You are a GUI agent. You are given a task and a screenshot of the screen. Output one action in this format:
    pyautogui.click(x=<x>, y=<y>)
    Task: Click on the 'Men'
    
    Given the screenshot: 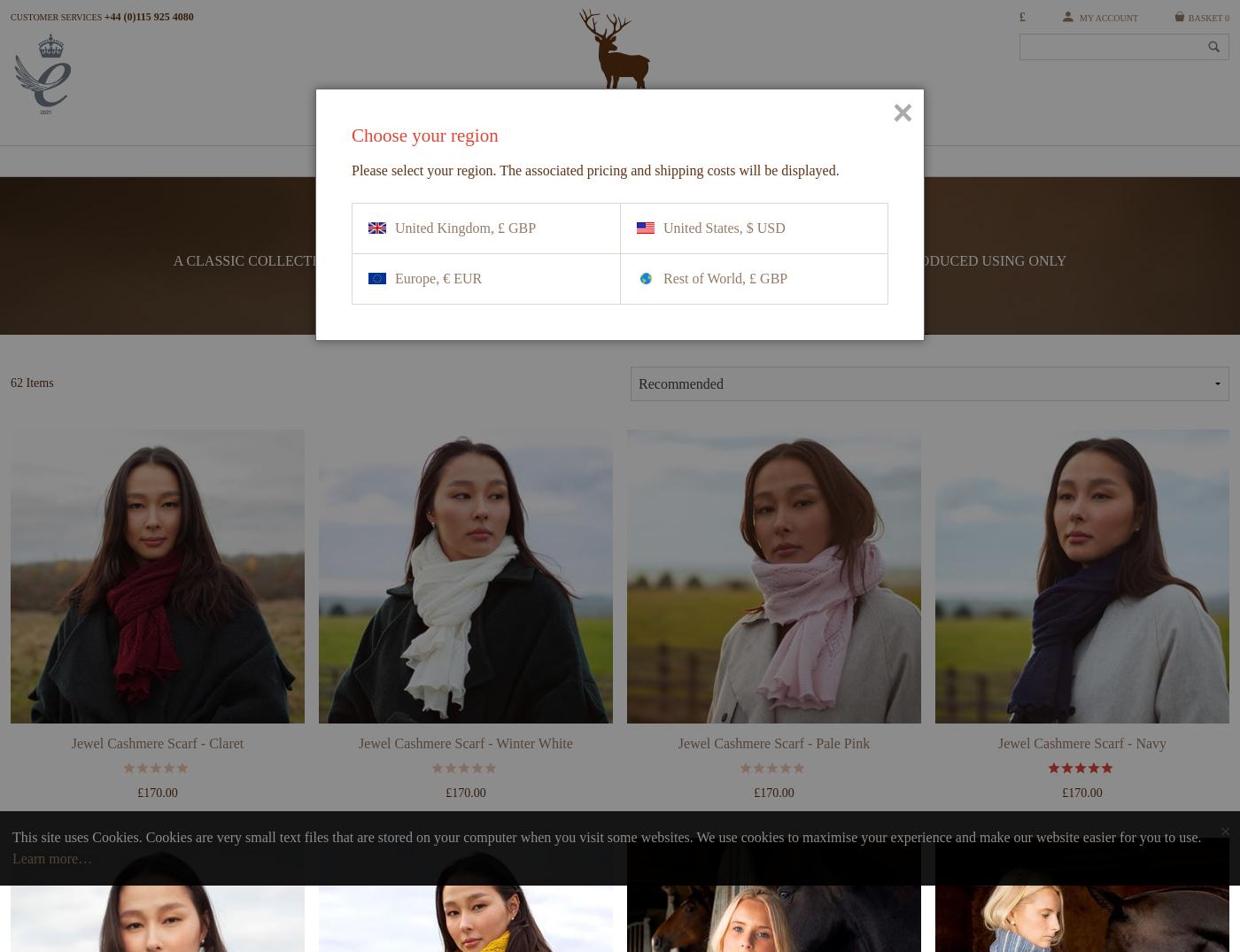 What is the action you would take?
    pyautogui.click(x=565, y=166)
    